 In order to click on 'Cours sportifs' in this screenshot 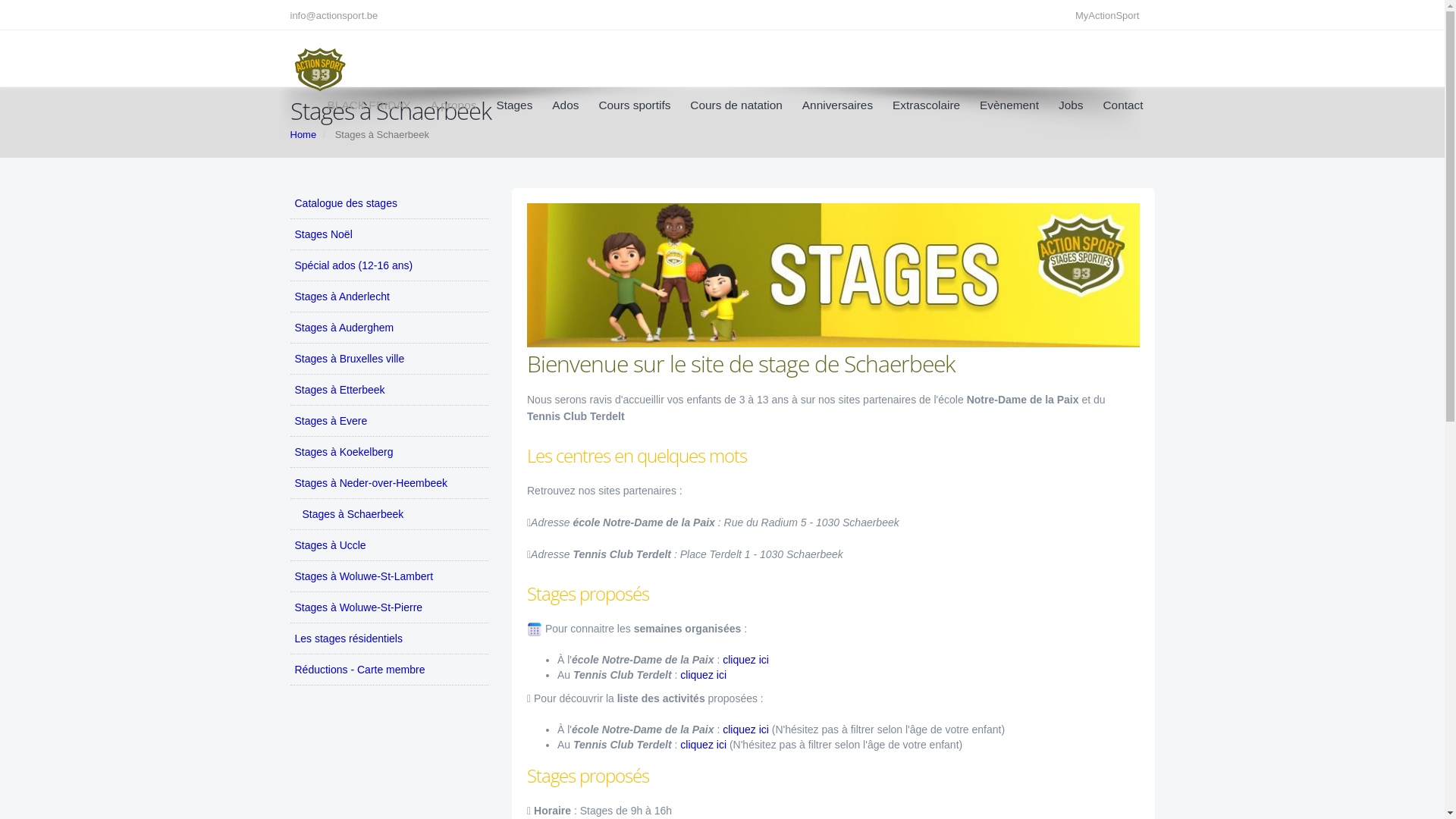, I will do `click(634, 104)`.